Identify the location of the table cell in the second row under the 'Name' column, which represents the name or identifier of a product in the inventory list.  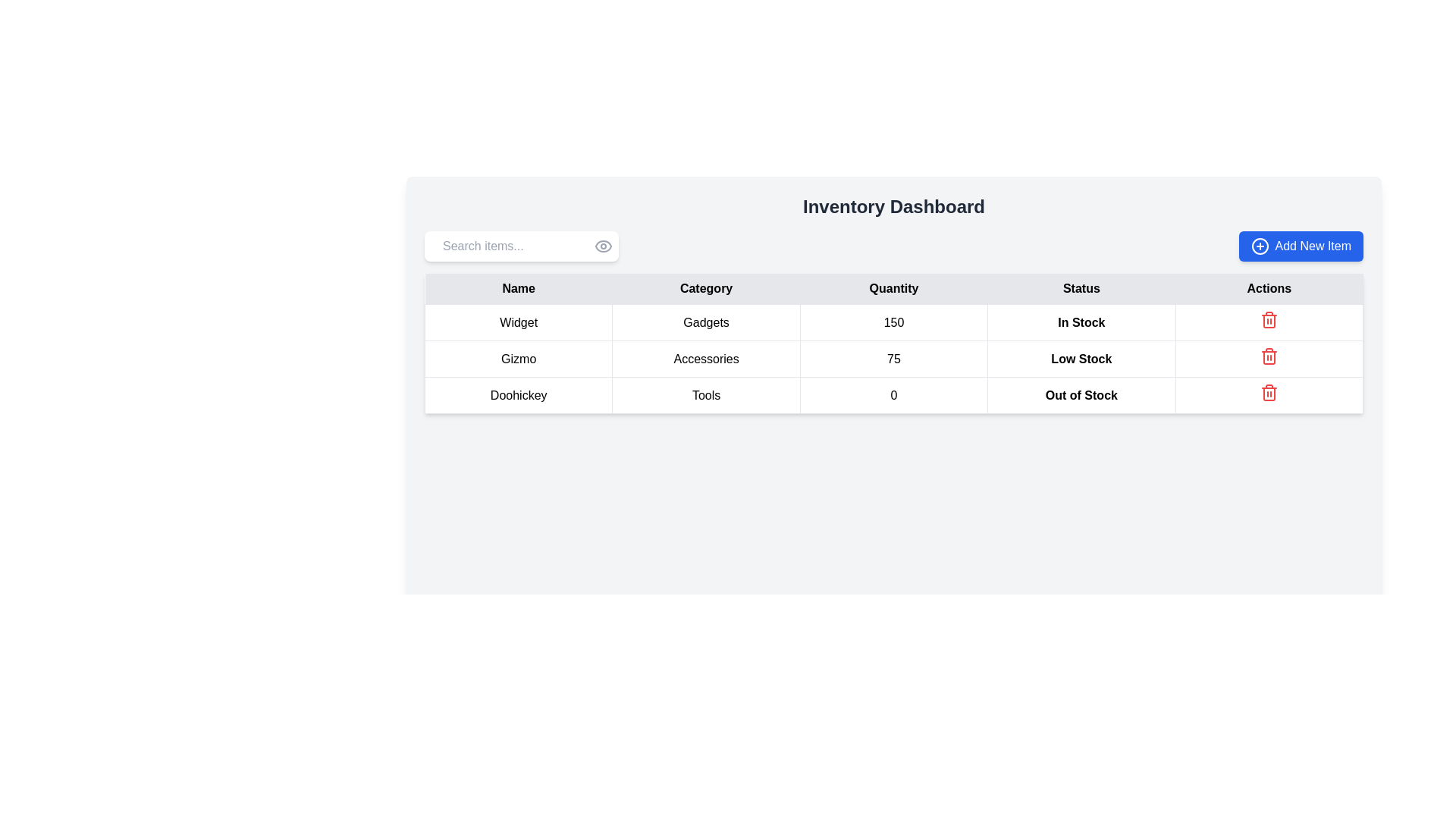
(519, 359).